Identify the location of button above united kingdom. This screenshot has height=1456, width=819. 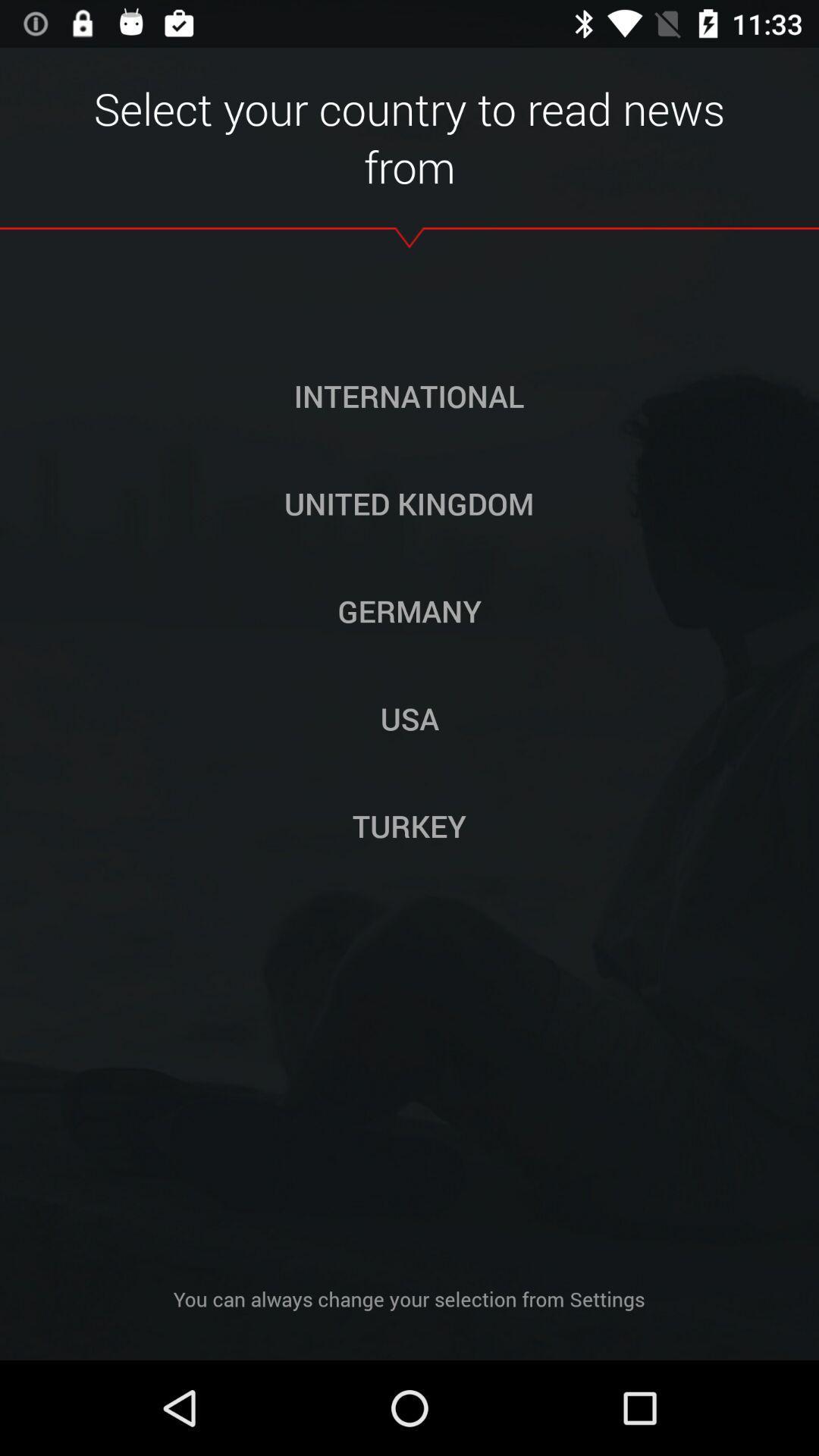
(408, 396).